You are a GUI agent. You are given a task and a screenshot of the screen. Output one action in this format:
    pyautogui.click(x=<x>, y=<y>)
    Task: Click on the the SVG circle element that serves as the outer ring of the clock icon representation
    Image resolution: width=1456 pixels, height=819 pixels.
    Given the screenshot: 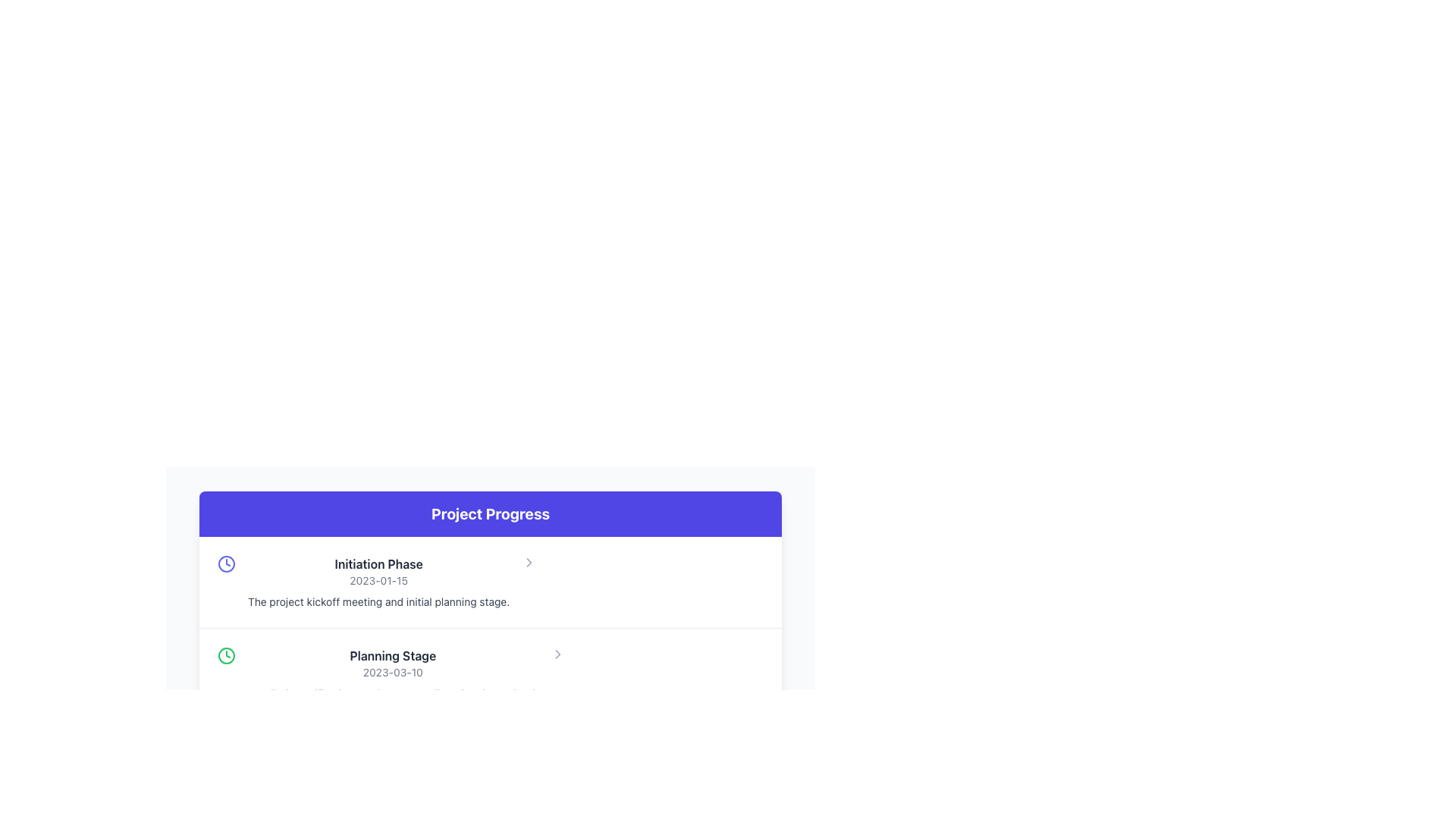 What is the action you would take?
    pyautogui.click(x=225, y=564)
    